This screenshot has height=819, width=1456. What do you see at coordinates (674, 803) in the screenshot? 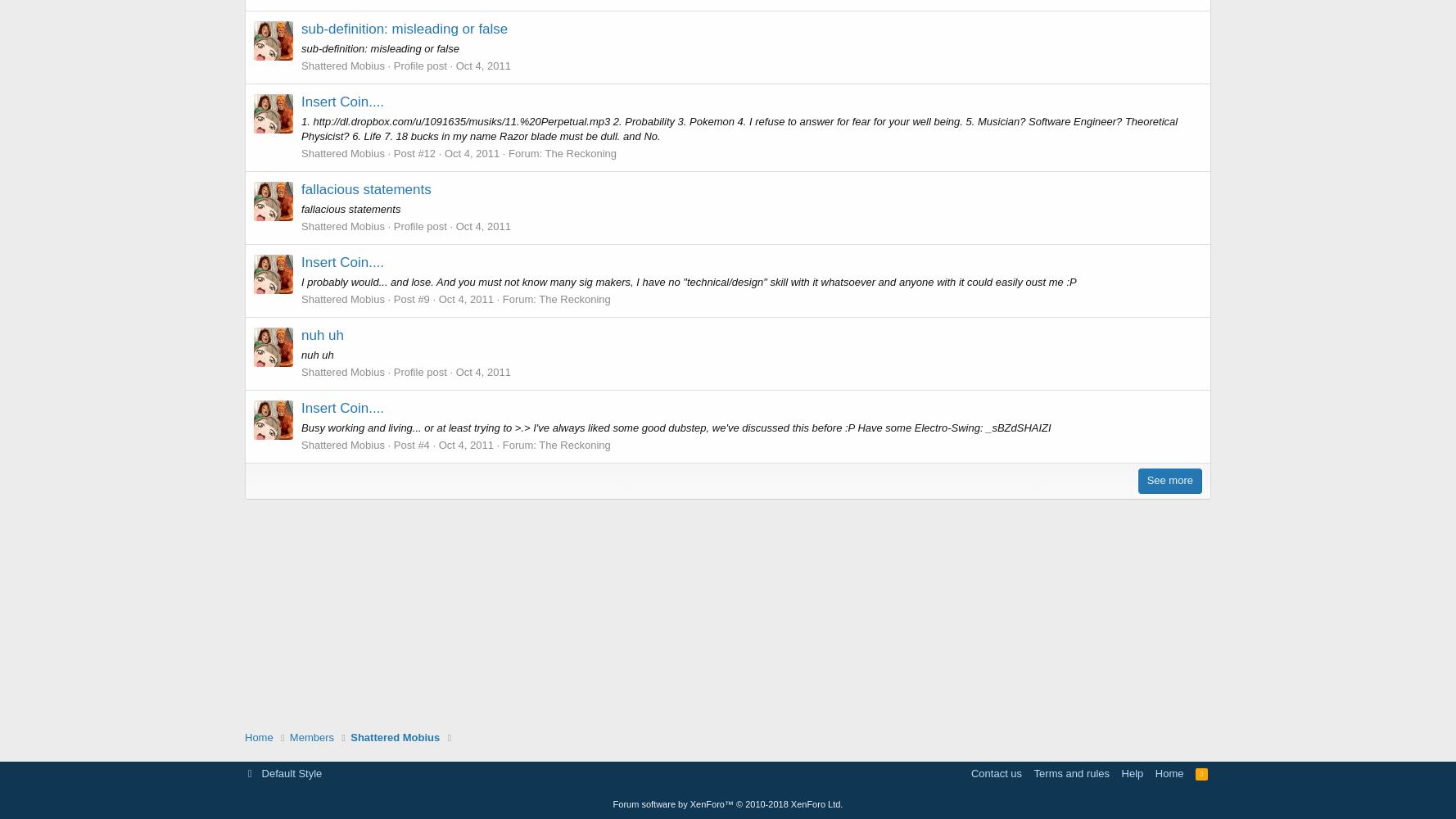
I see `'Forum software by XenForo™'` at bounding box center [674, 803].